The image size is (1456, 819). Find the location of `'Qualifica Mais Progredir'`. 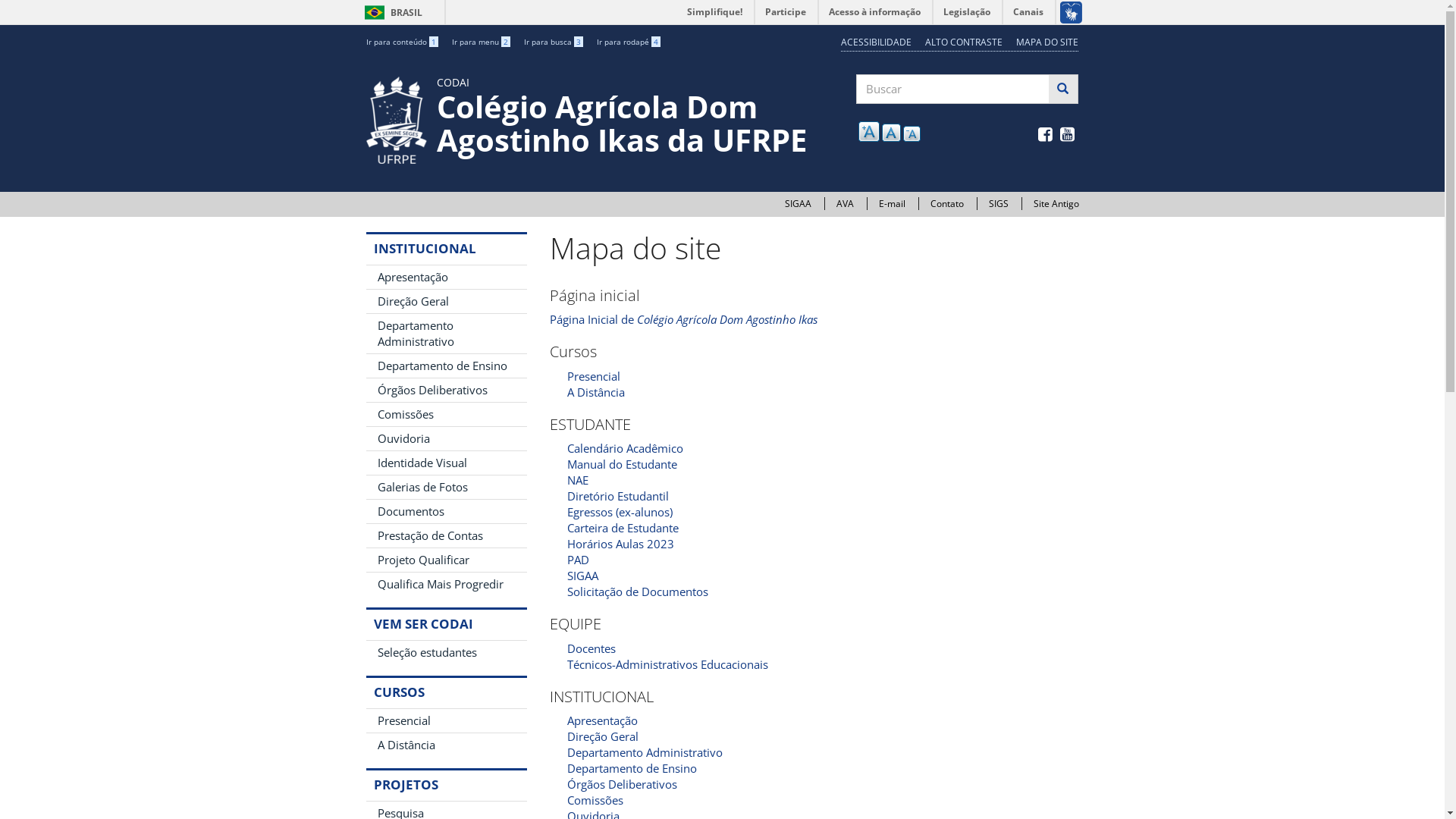

'Qualifica Mais Progredir' is located at coordinates (445, 583).